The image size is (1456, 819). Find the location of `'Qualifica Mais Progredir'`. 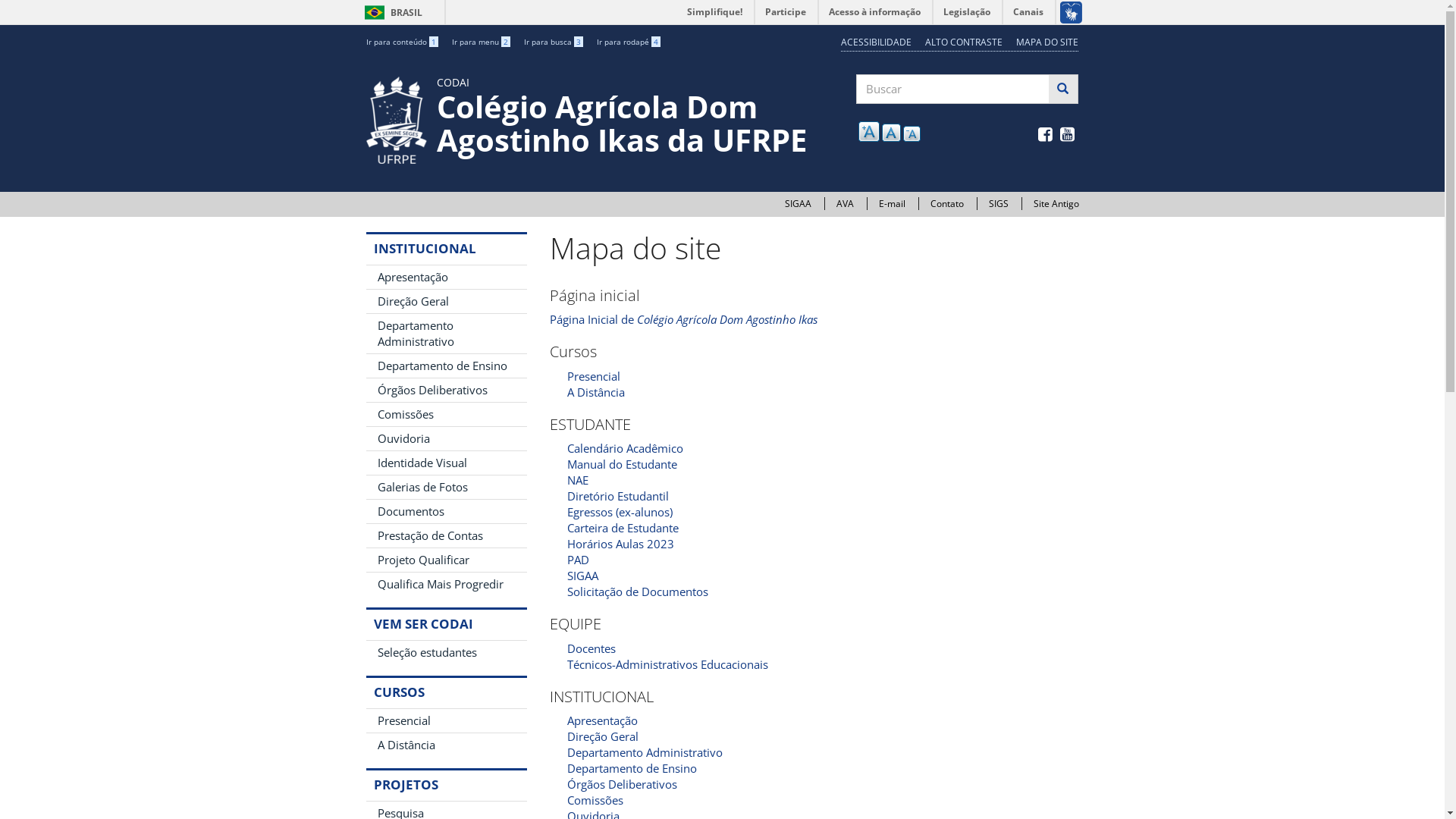

'Qualifica Mais Progredir' is located at coordinates (445, 583).